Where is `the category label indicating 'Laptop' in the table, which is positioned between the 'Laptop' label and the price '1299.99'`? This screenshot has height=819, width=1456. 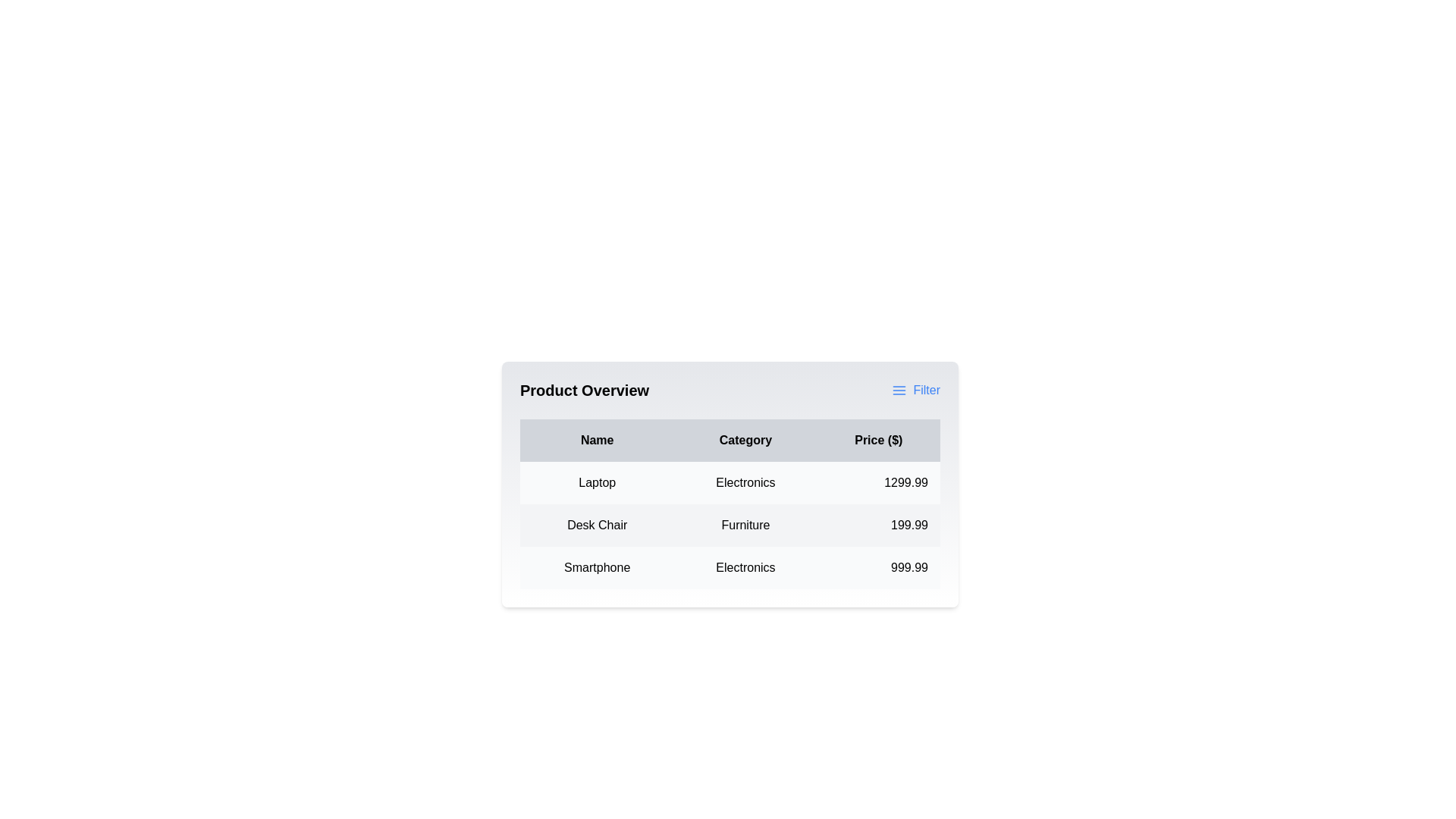
the category label indicating 'Laptop' in the table, which is positioned between the 'Laptop' label and the price '1299.99' is located at coordinates (745, 482).